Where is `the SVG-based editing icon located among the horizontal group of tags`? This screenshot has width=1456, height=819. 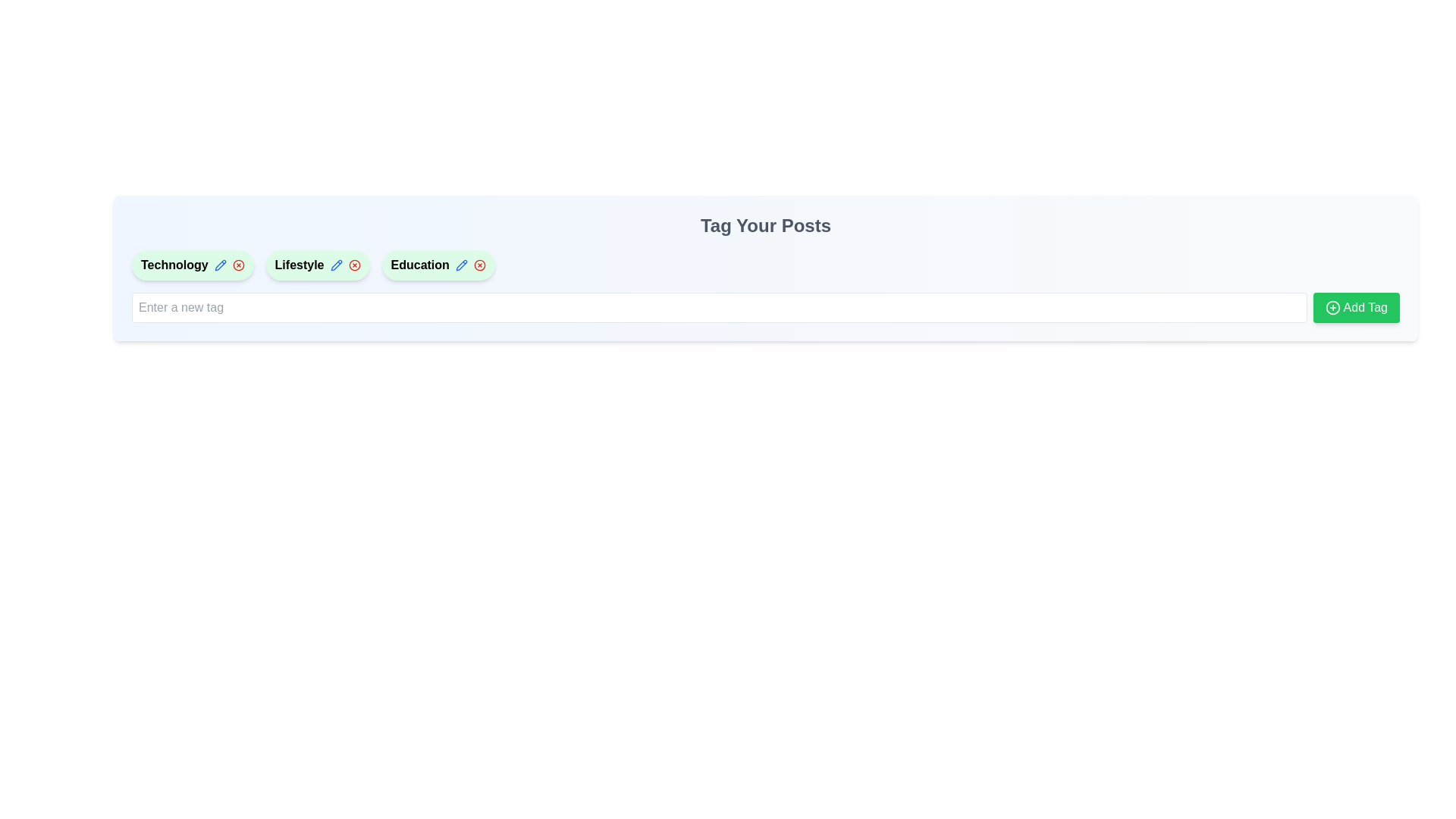
the SVG-based editing icon located among the horizontal group of tags is located at coordinates (460, 265).